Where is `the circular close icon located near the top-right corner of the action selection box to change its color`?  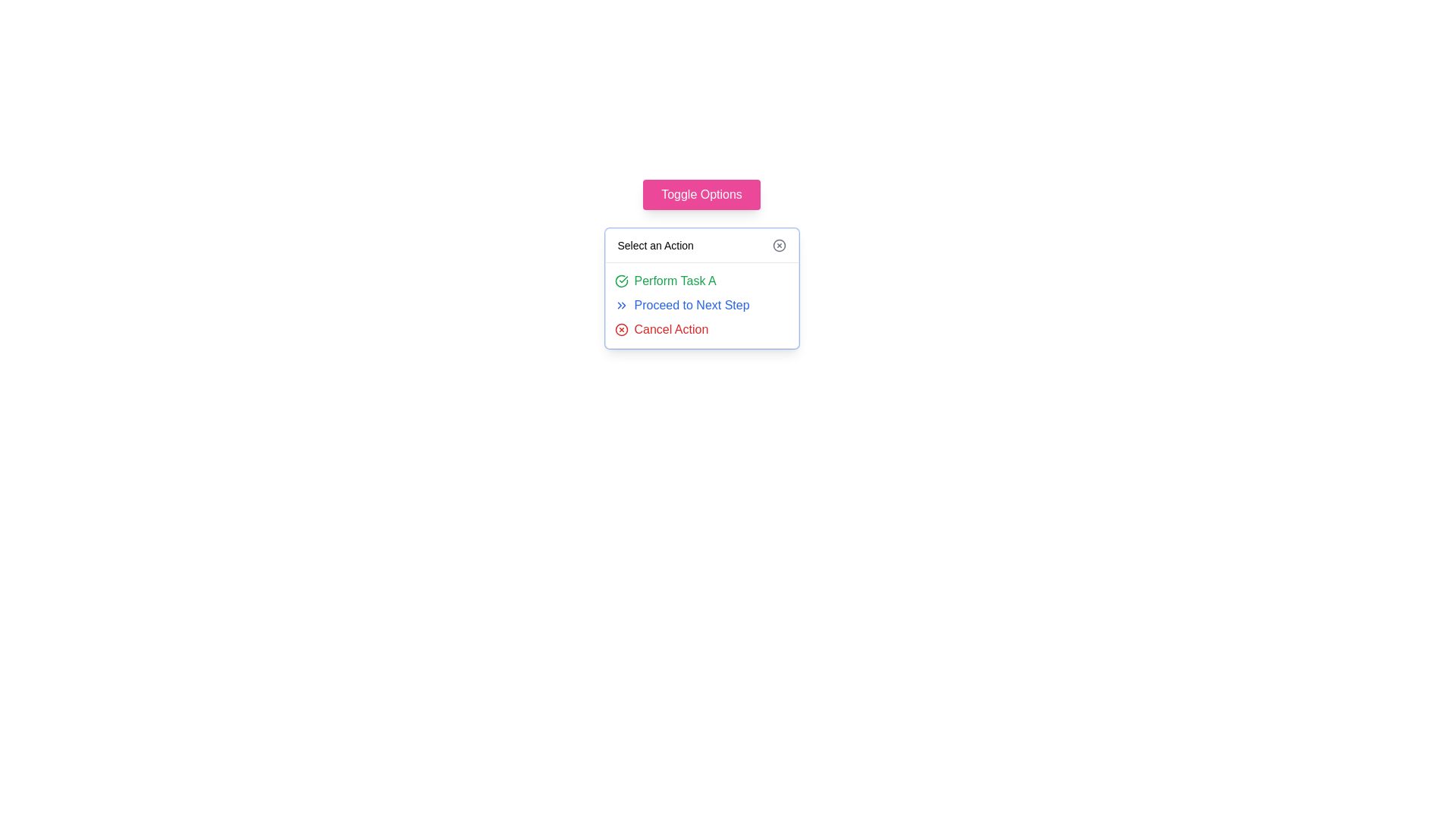 the circular close icon located near the top-right corner of the action selection box to change its color is located at coordinates (779, 245).